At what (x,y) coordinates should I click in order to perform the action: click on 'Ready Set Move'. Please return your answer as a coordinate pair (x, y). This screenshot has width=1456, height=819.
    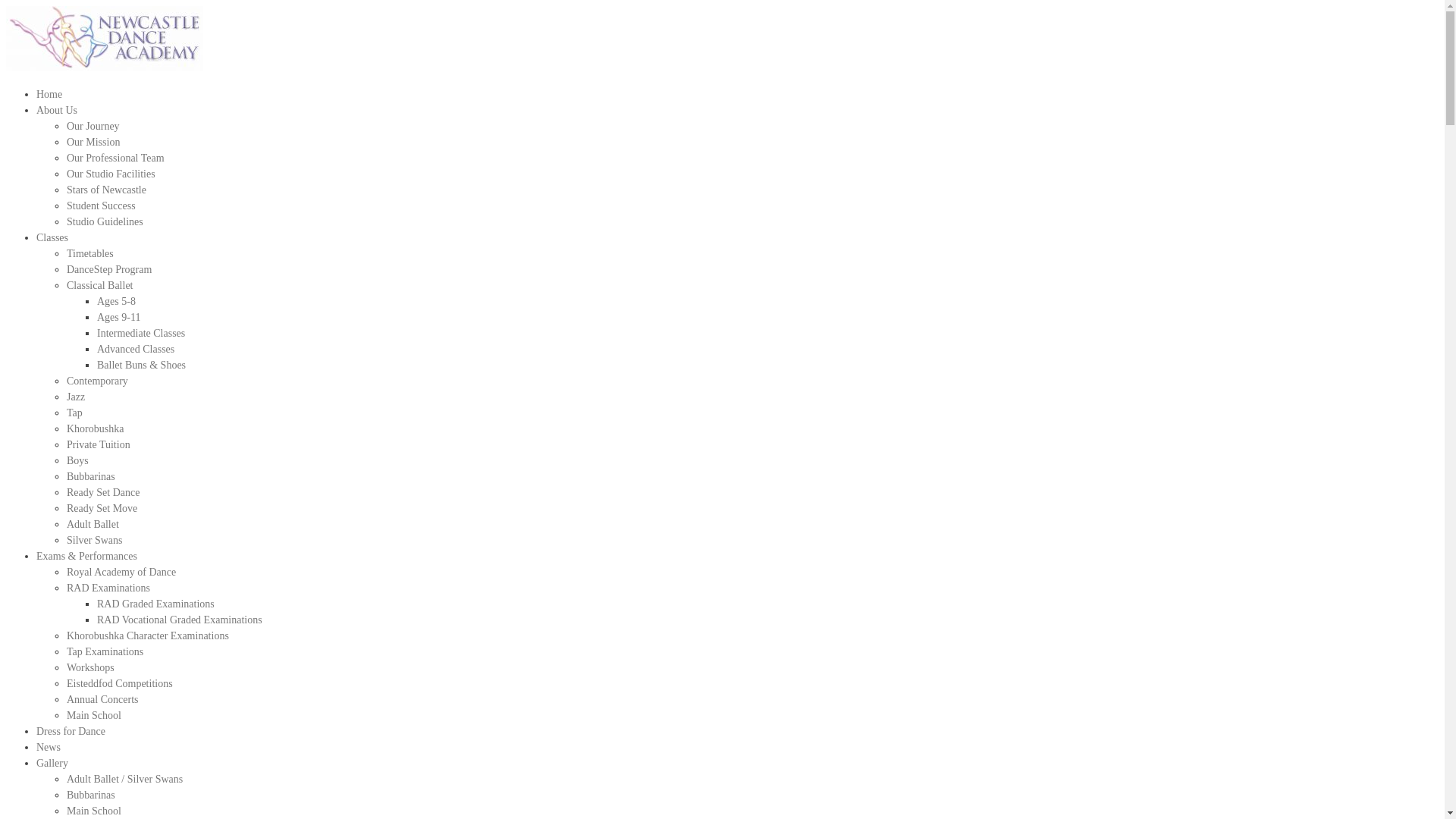
    Looking at the image, I should click on (101, 508).